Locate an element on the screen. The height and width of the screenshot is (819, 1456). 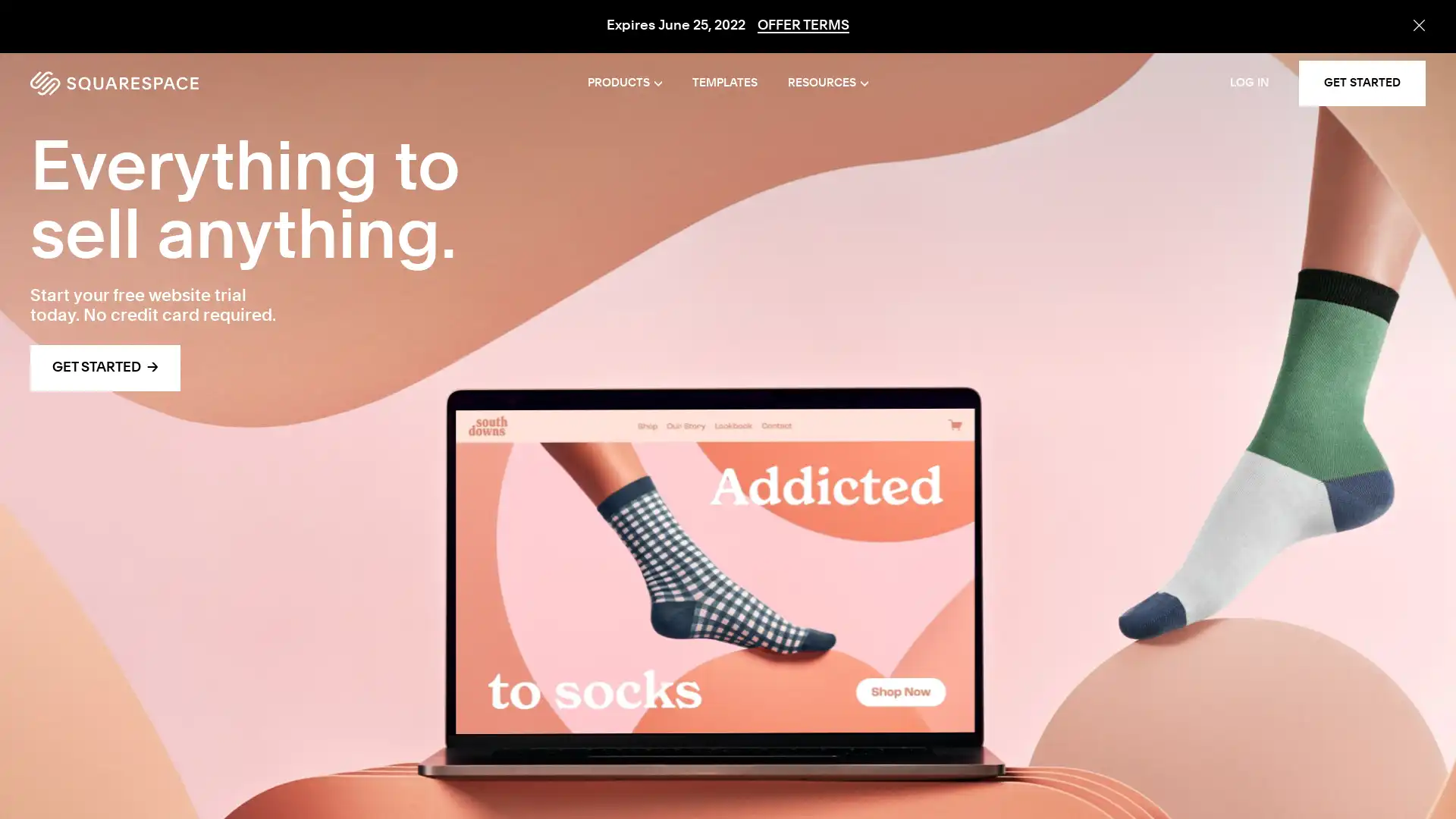
Products dropdown menu is located at coordinates (625, 83).